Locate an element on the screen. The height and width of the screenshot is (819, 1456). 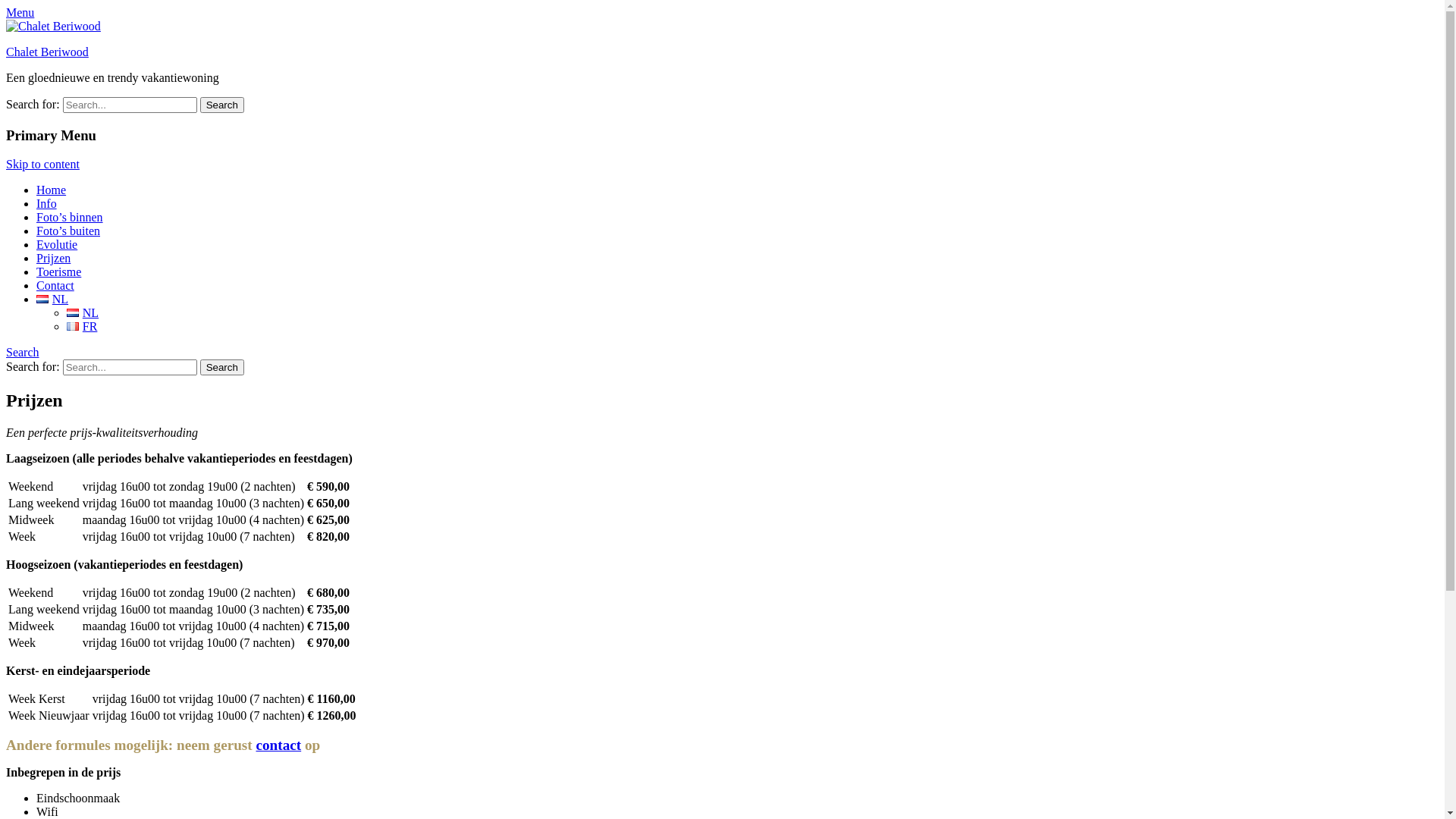
'NL' is located at coordinates (72, 312).